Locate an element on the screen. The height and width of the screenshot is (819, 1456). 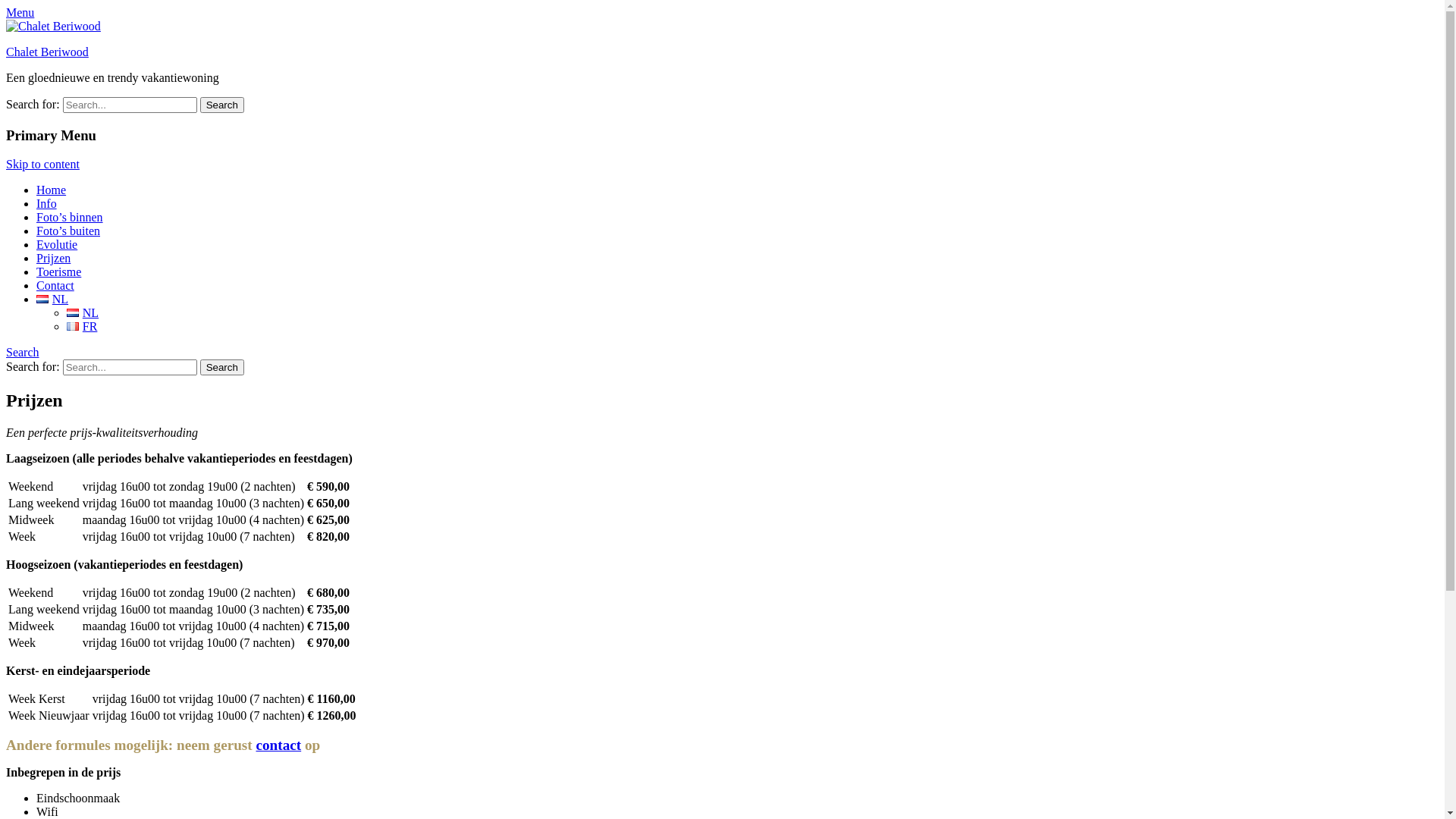
'NL' is located at coordinates (72, 312).